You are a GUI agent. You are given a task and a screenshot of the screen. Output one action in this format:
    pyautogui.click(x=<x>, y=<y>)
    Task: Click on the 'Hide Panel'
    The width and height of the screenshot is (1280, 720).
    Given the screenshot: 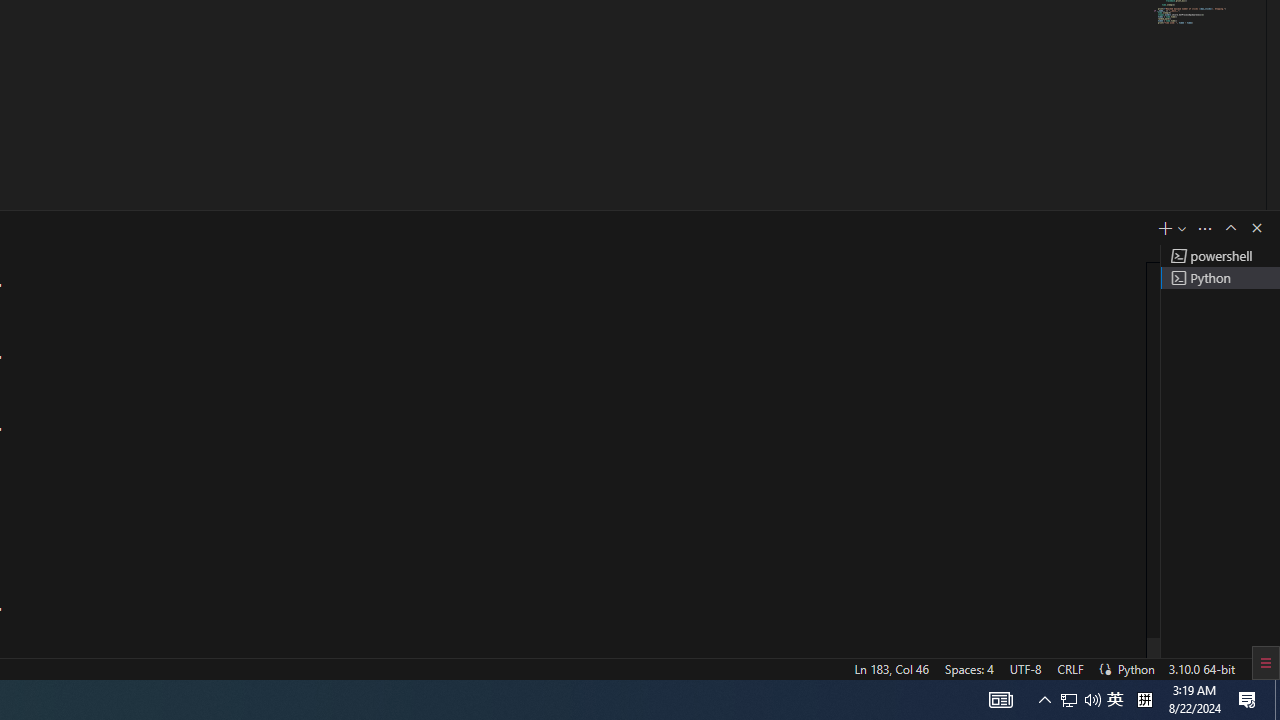 What is the action you would take?
    pyautogui.click(x=1255, y=226)
    